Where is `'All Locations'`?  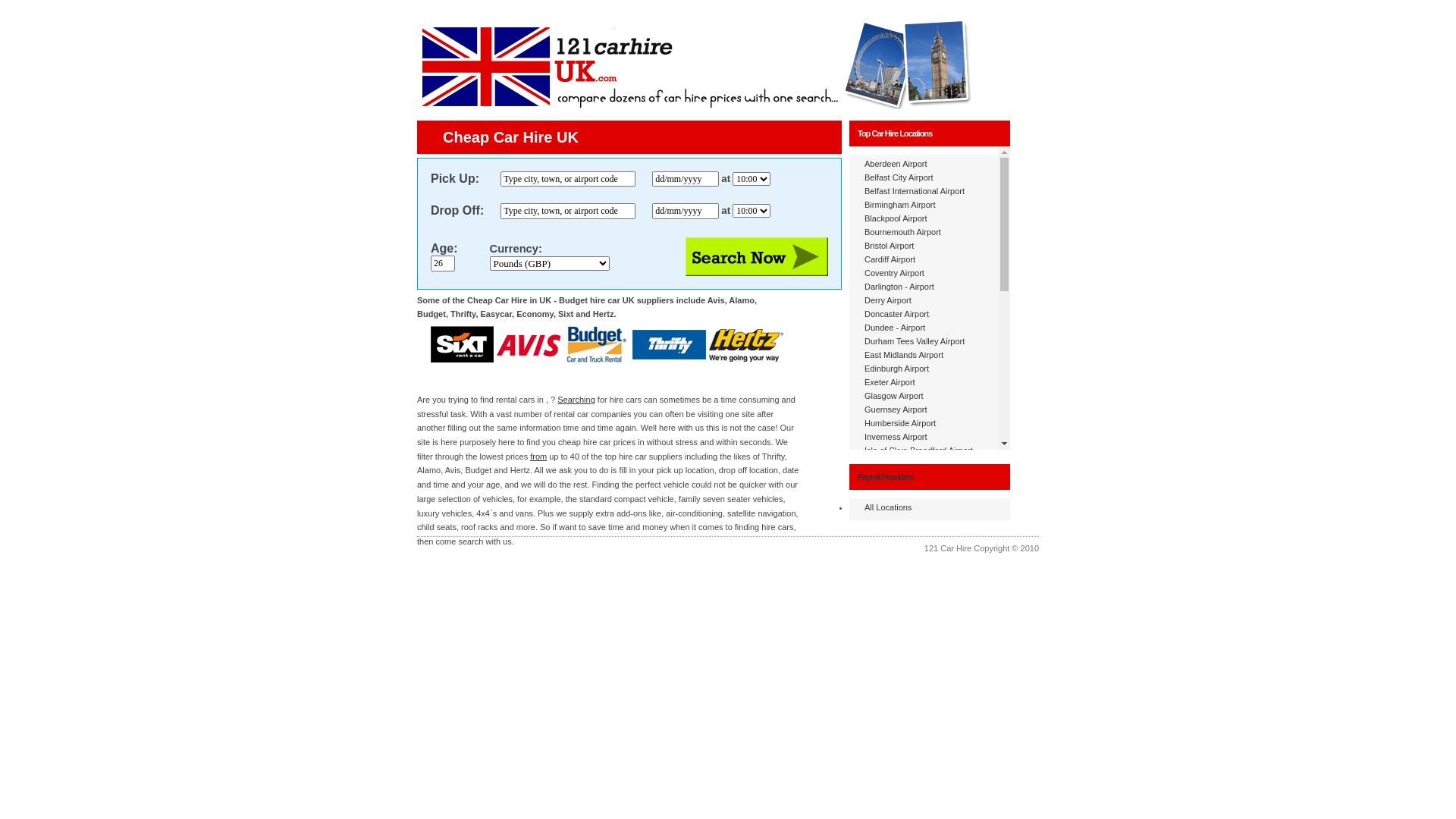
'All Locations' is located at coordinates (888, 507).